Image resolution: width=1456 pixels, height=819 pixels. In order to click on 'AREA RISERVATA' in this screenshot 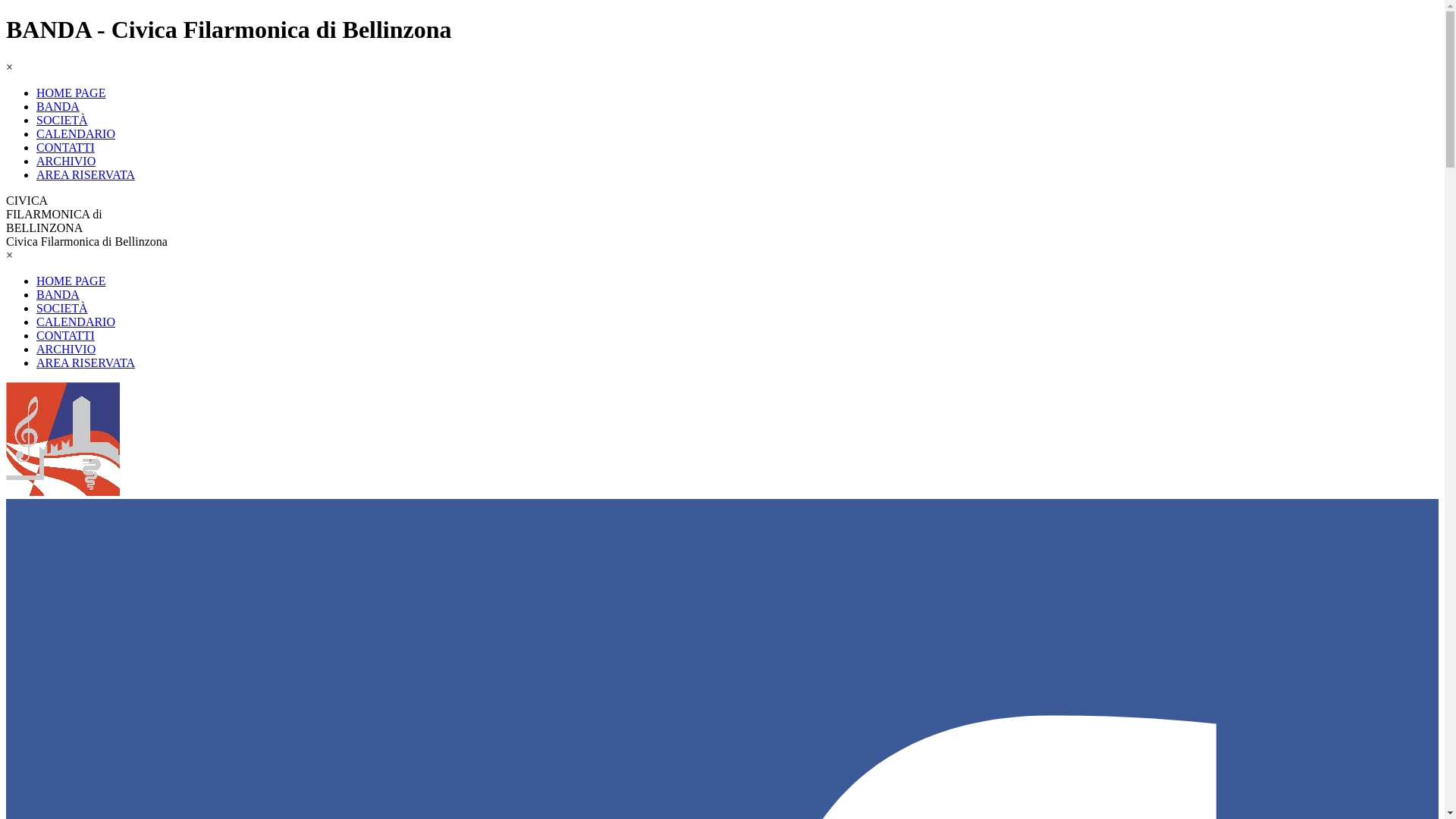, I will do `click(36, 174)`.